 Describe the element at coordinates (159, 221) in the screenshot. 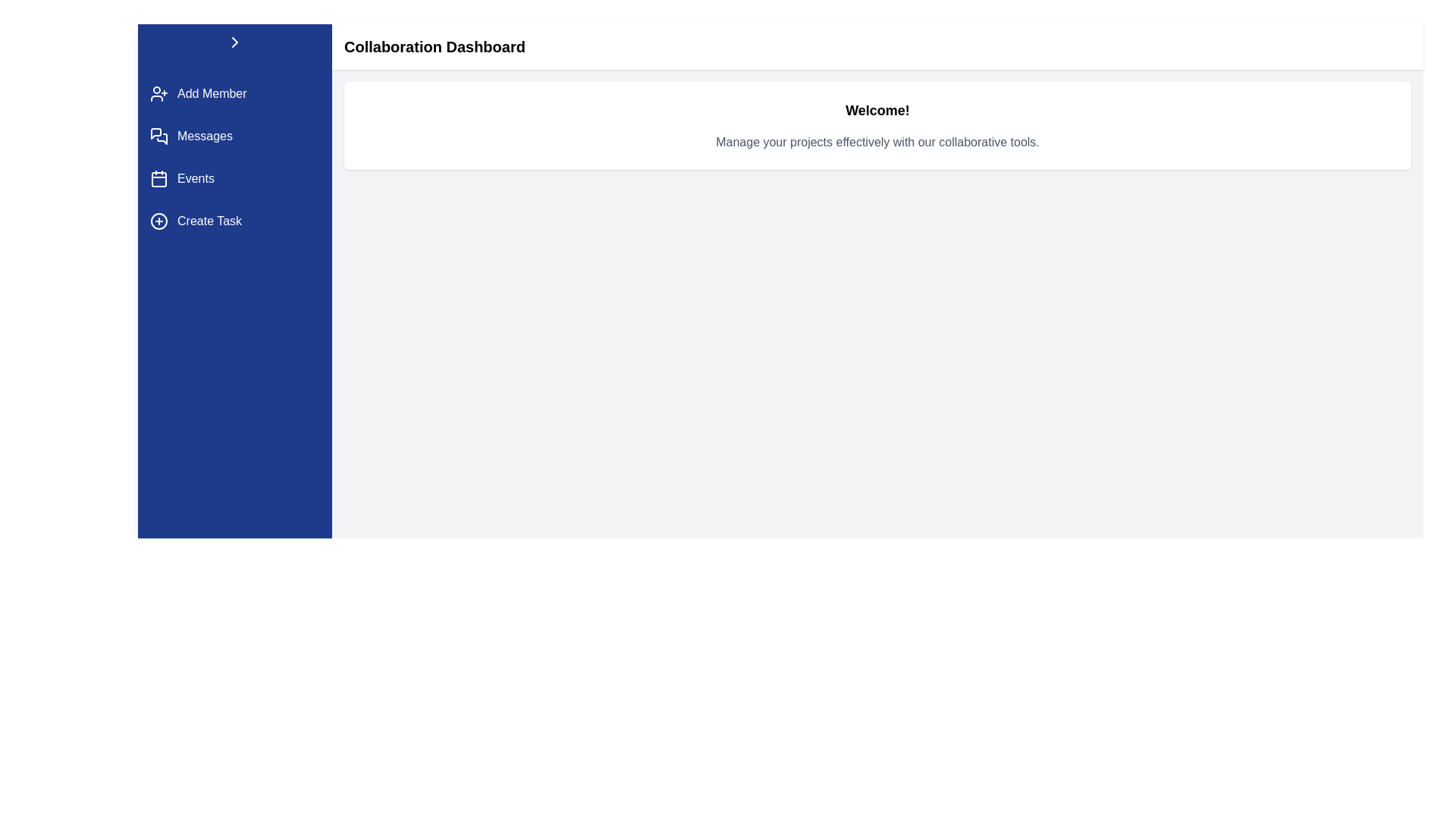

I see `the circular icon with a plus sign at the left side of the 'Create Task' button` at that location.